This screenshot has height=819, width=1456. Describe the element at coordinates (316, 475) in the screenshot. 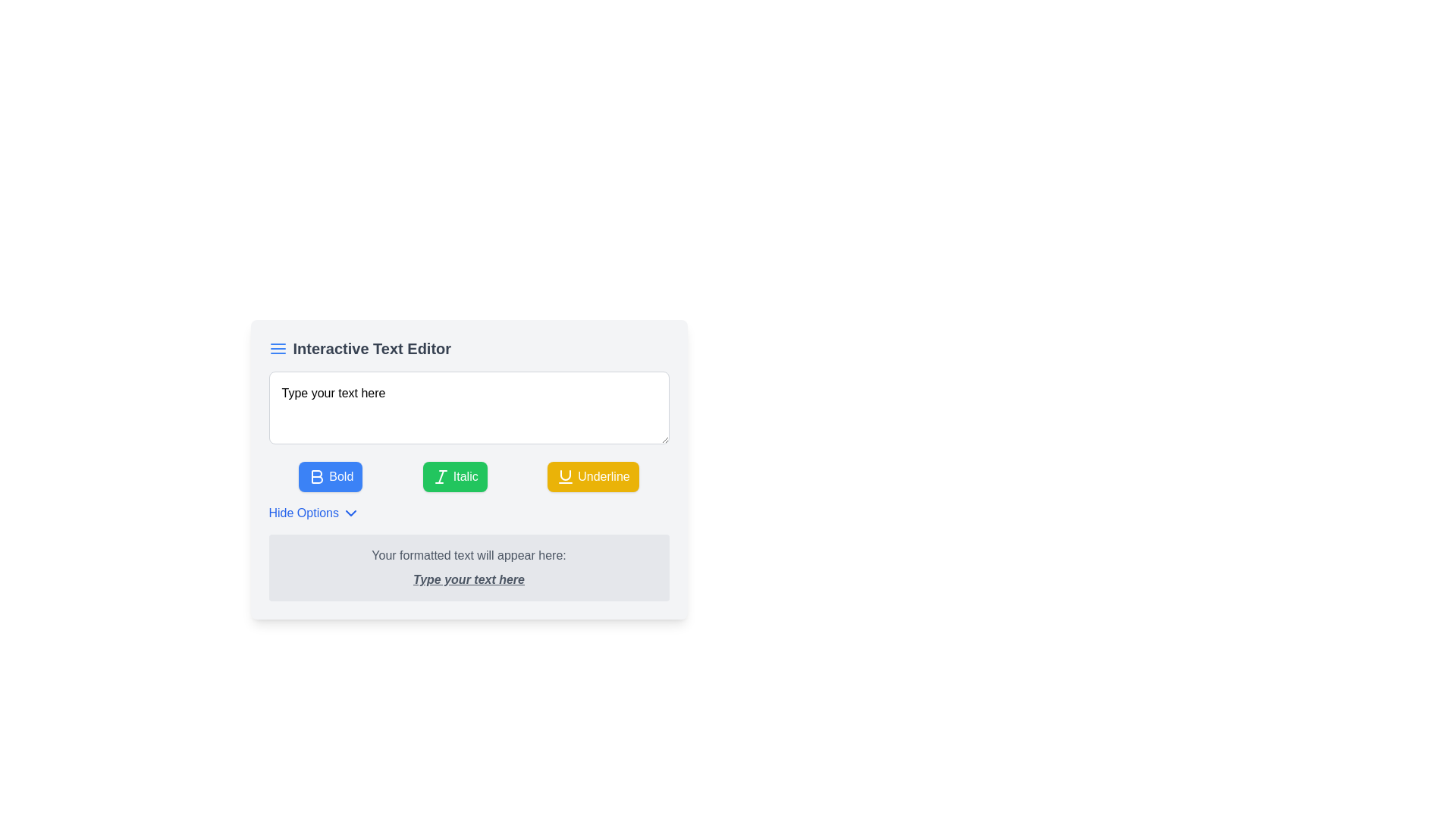

I see `the bold icon within the SVG tag of the Bold button in the text editor toolbar` at that location.